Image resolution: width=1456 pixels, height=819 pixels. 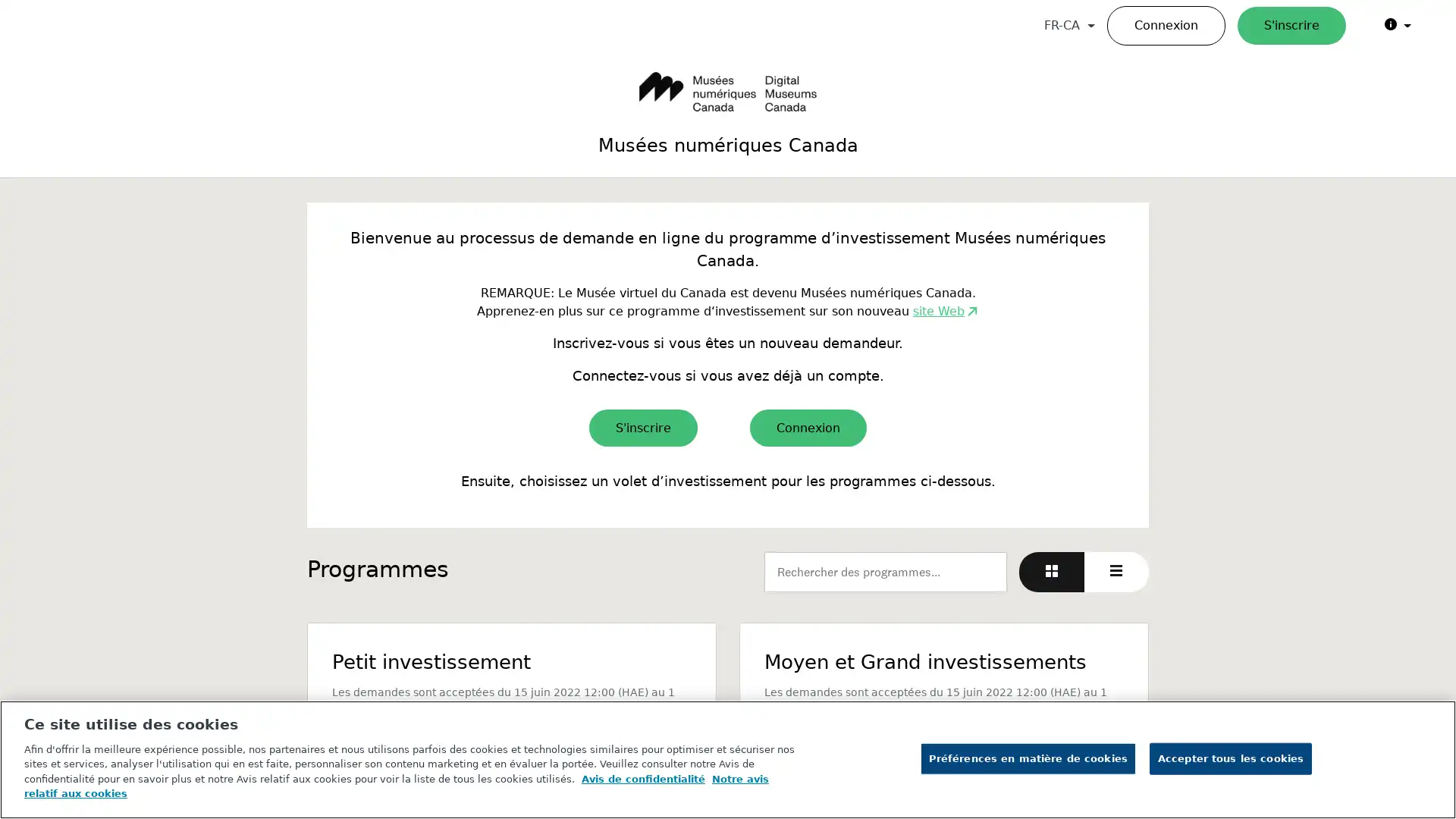 I want to click on S'inscrire, so click(x=643, y=428).